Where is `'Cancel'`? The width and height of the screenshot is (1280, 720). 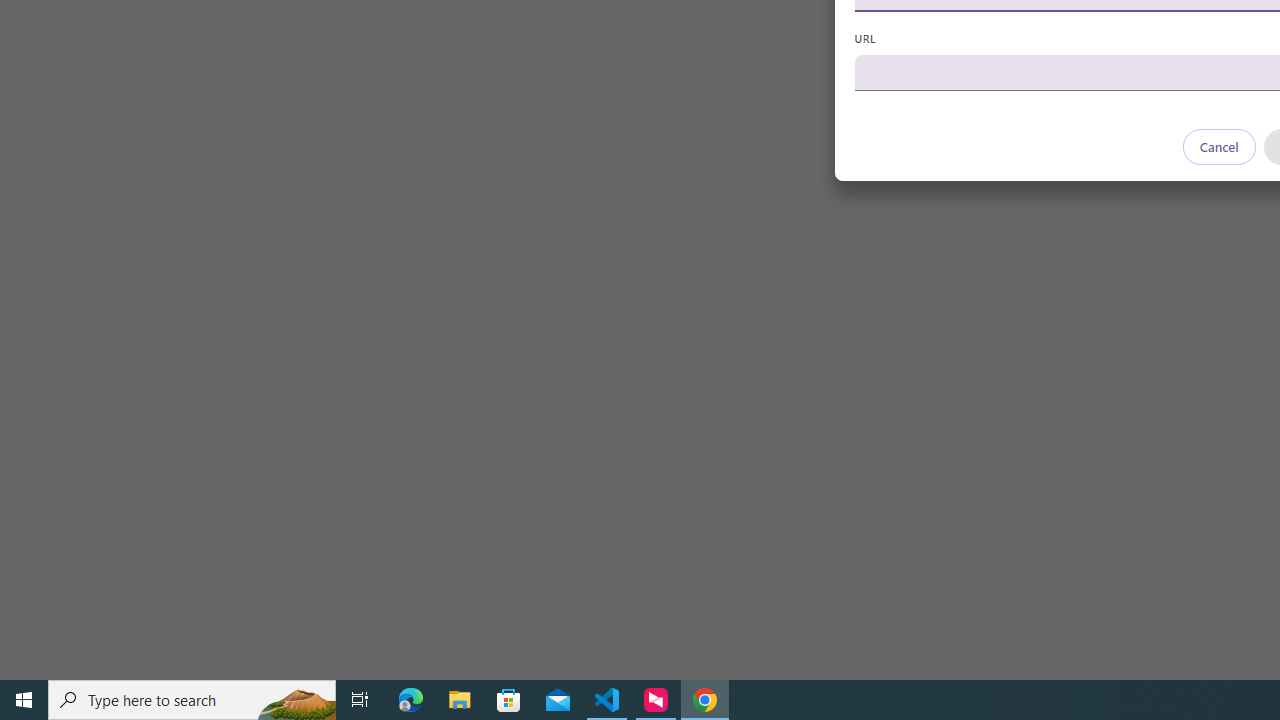 'Cancel' is located at coordinates (1217, 145).